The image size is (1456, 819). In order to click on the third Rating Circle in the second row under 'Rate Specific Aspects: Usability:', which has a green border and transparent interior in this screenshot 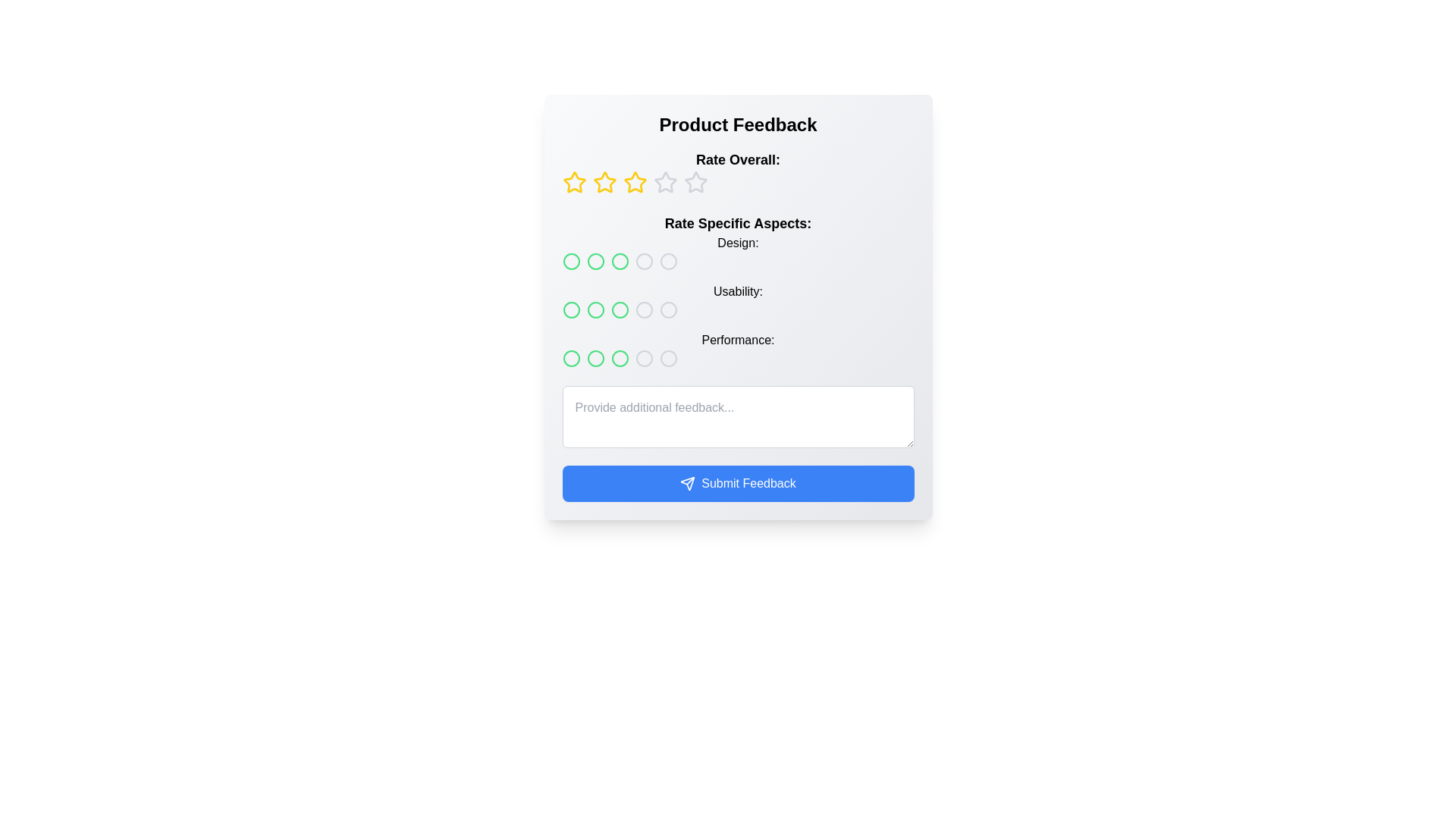, I will do `click(620, 309)`.